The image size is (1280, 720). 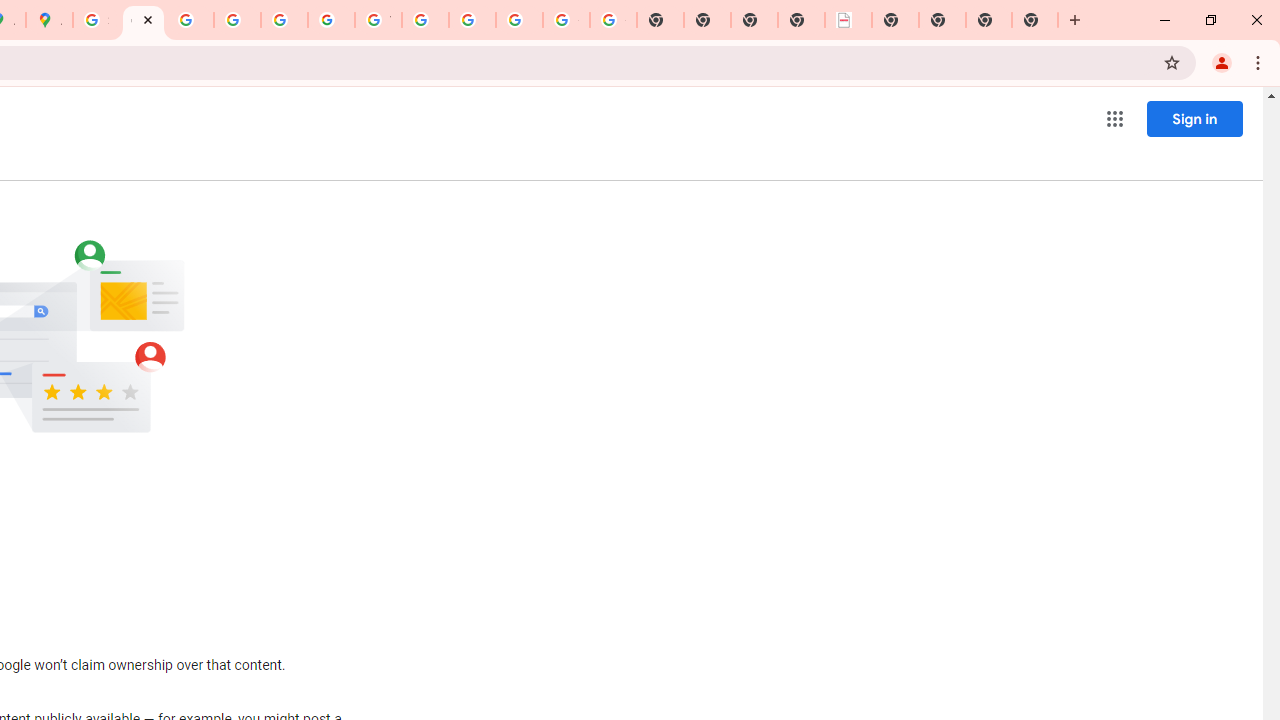 I want to click on 'Privacy Help Center - Policies Help', so click(x=190, y=20).